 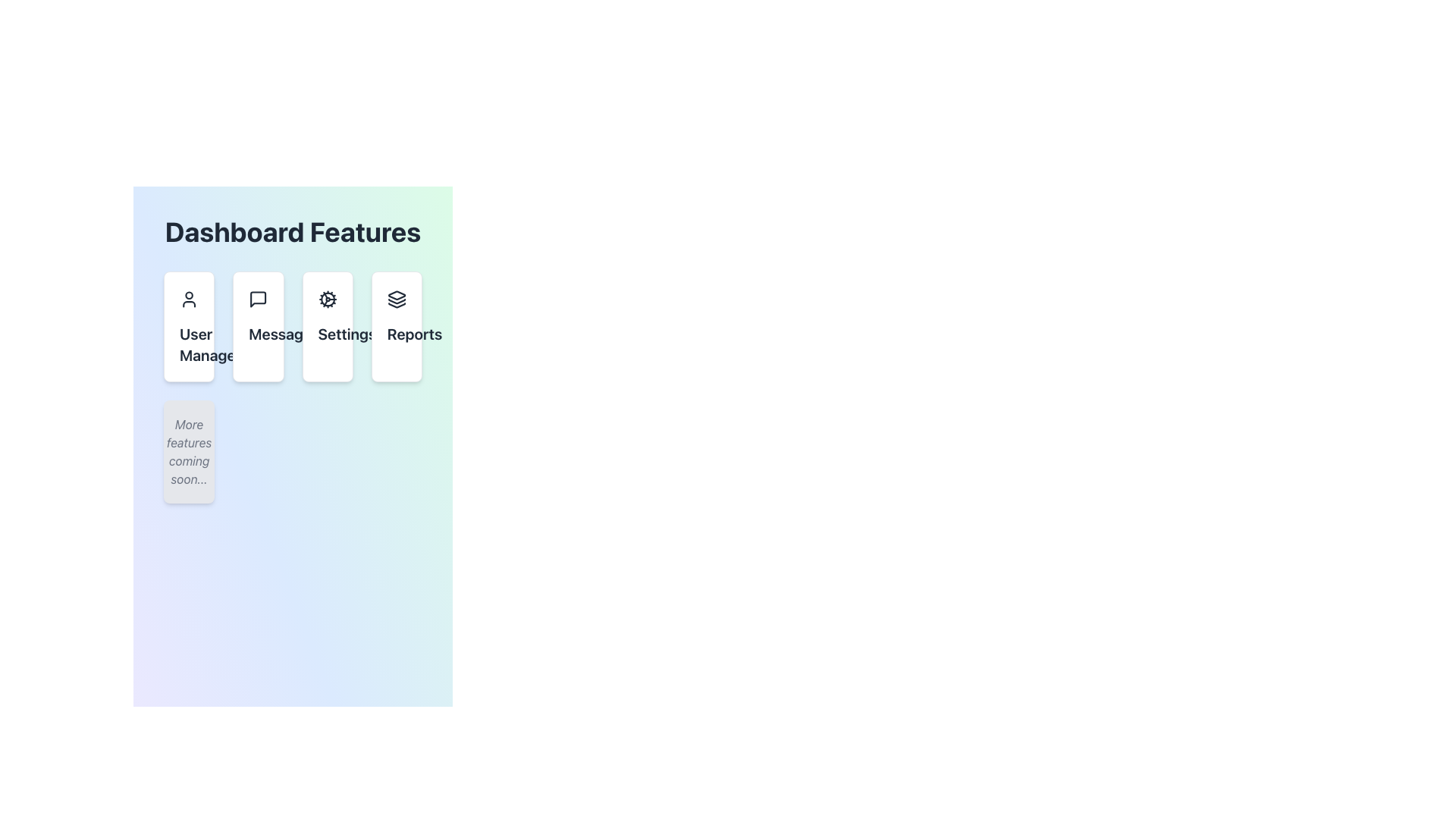 What do you see at coordinates (188, 345) in the screenshot?
I see `text label indicating 'User Management' located in the first card under the 'Dashboard Features' heading, positioned directly below the user icon graphic` at bounding box center [188, 345].